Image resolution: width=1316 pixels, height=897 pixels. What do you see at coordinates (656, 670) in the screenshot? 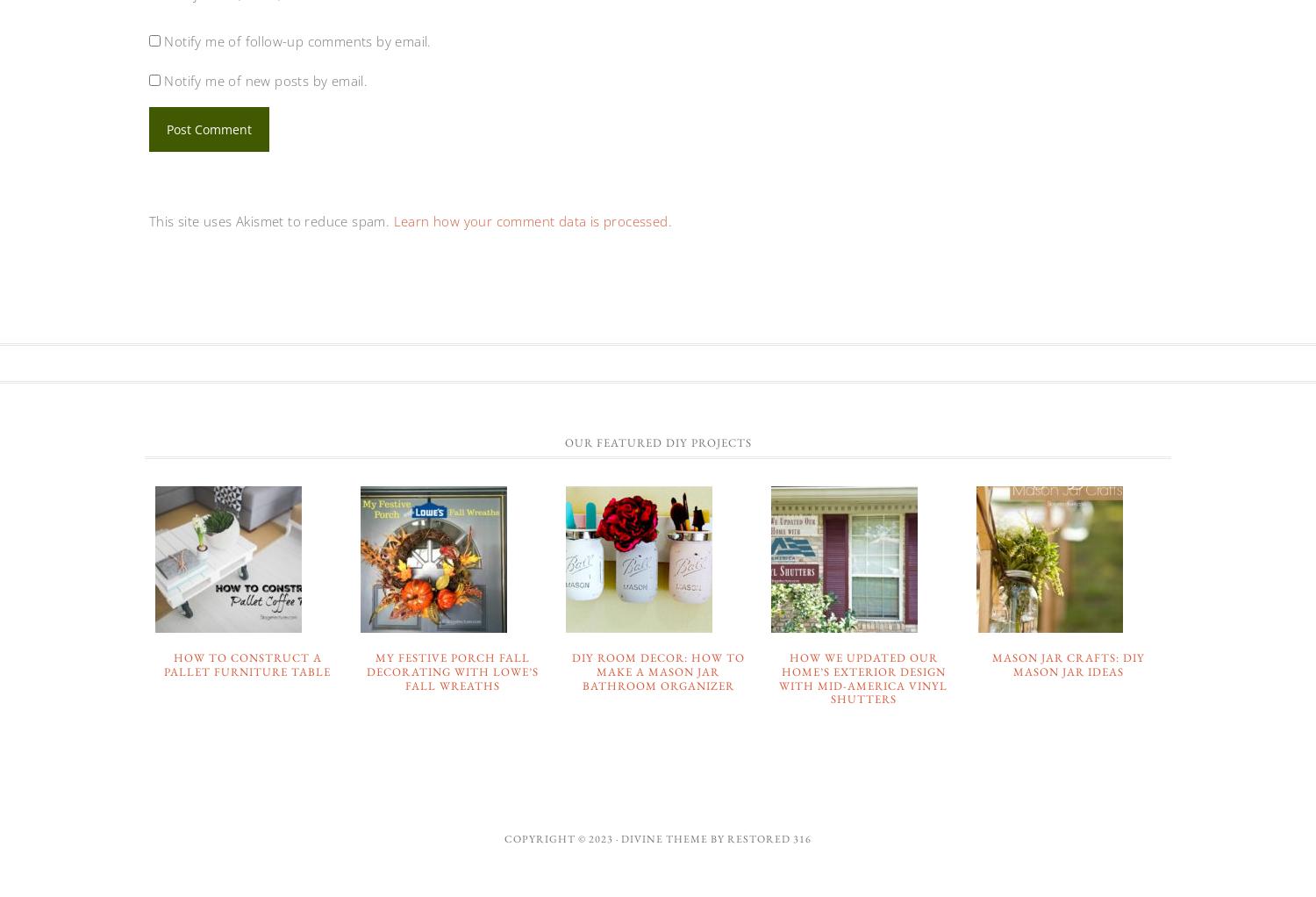
I see `'DIY Room Decor: How to Make a Mason Jar Bathroom Organizer'` at bounding box center [656, 670].